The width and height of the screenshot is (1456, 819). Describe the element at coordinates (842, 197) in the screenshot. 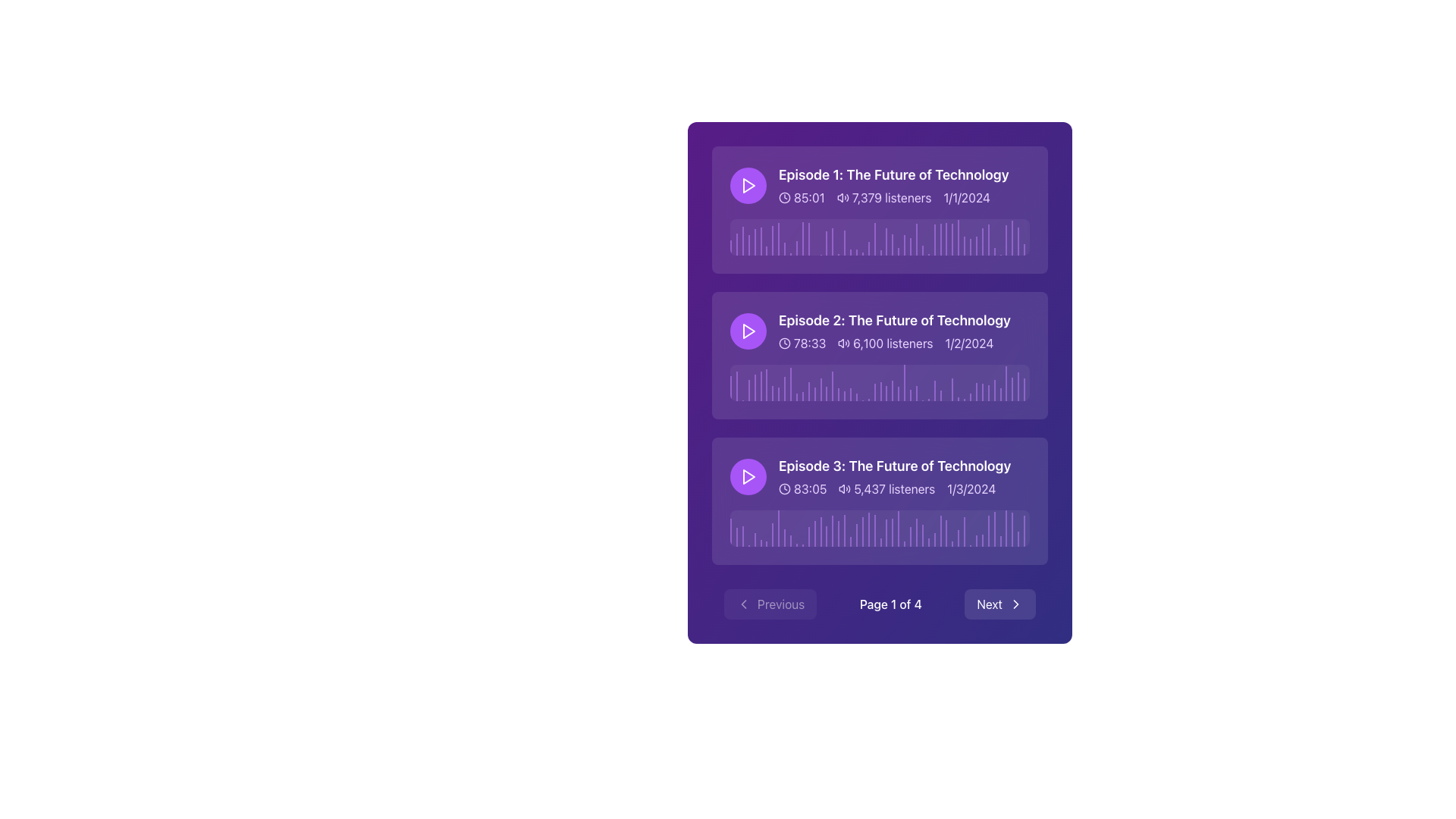

I see `the small speaker icon that visually represents audio-related functionality, located immediately to the left of the listener count text ('7,379 listeners') in the first row of the podcast episodes list` at that location.